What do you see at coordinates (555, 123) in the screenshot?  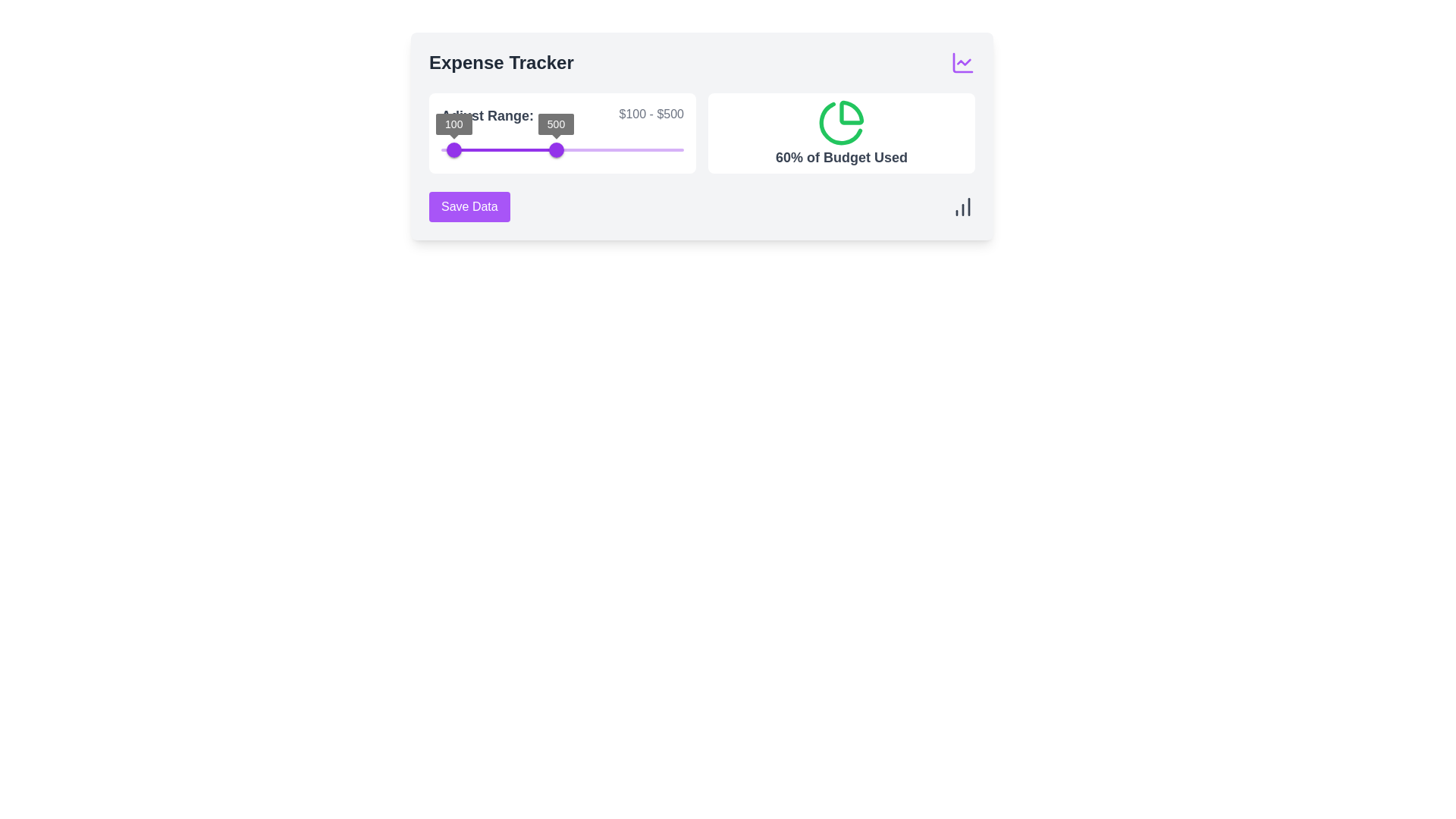 I see `the circular label displaying the numeric value '500', which is located above the right handle of the purple slider in the 'Adjust Range' section` at bounding box center [555, 123].